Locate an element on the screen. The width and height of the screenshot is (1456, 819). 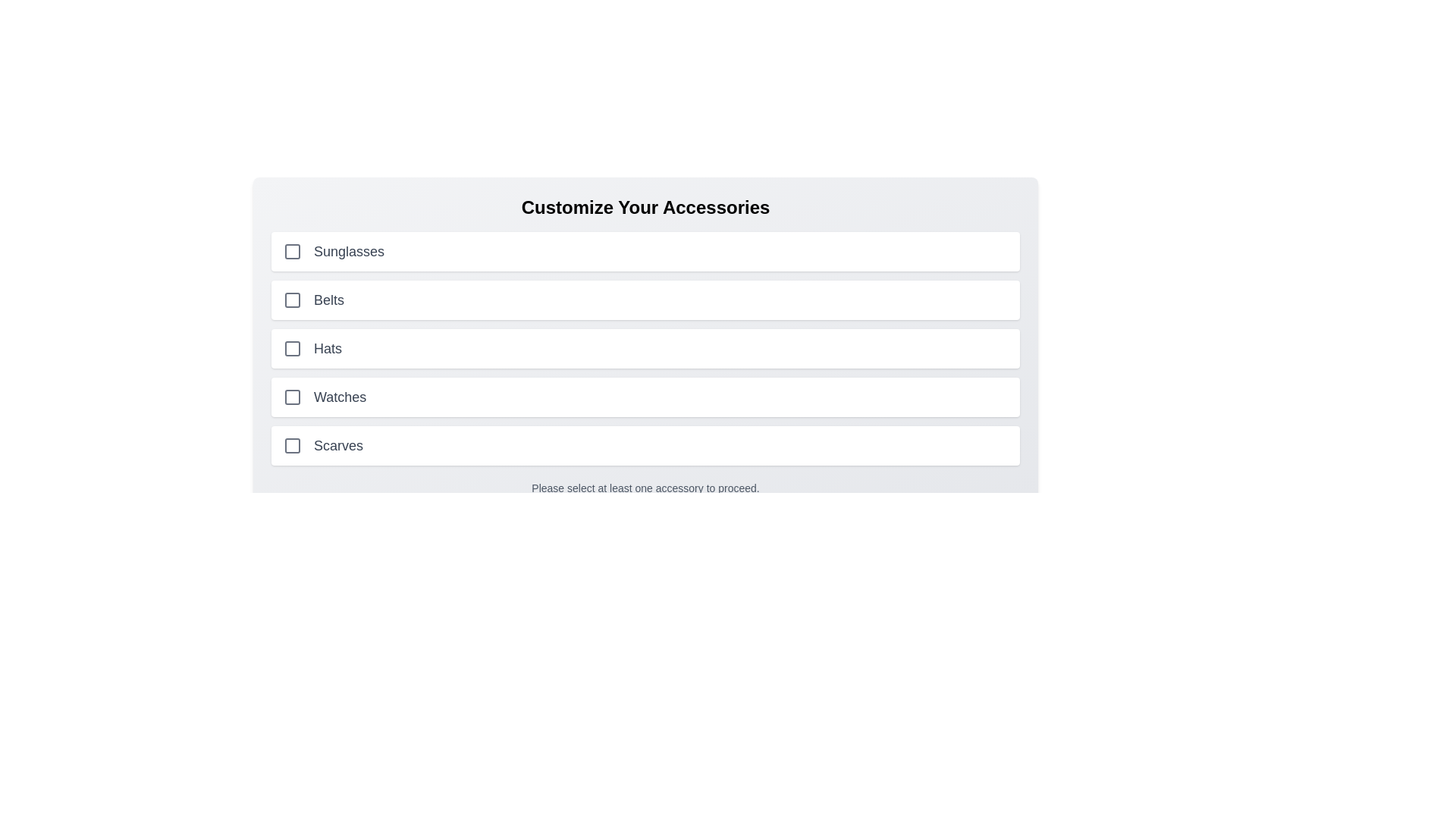
the selection icon is located at coordinates (292, 397).